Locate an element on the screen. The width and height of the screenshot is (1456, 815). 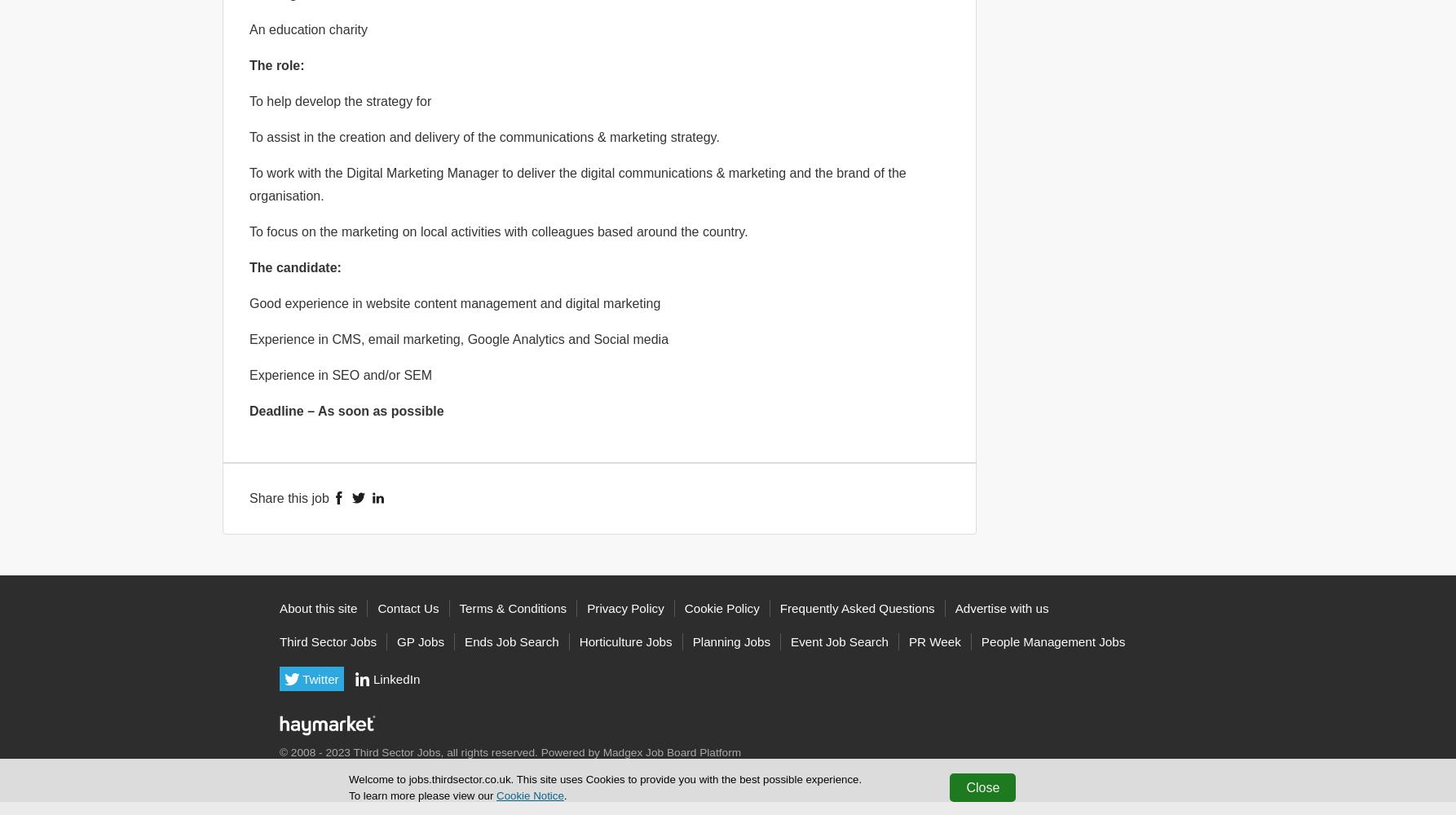
'Close' is located at coordinates (982, 786).